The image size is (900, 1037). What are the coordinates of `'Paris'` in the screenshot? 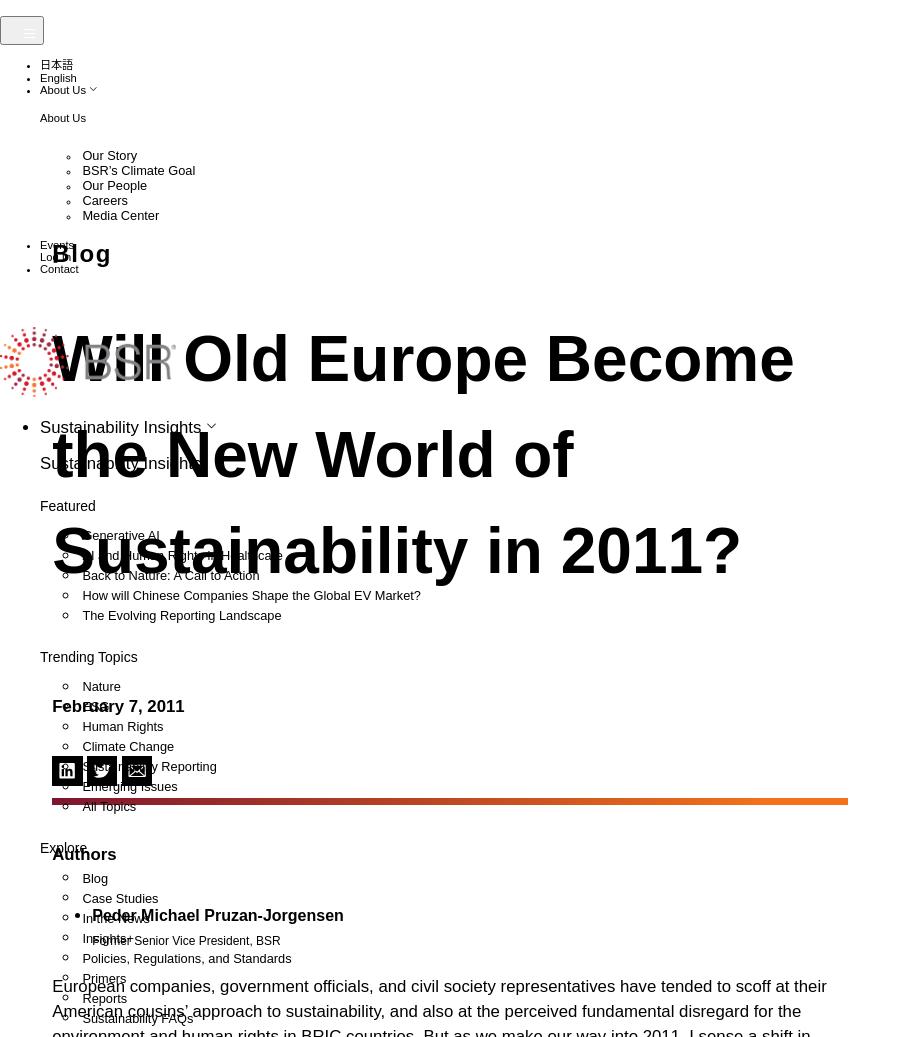 It's located at (90, 531).